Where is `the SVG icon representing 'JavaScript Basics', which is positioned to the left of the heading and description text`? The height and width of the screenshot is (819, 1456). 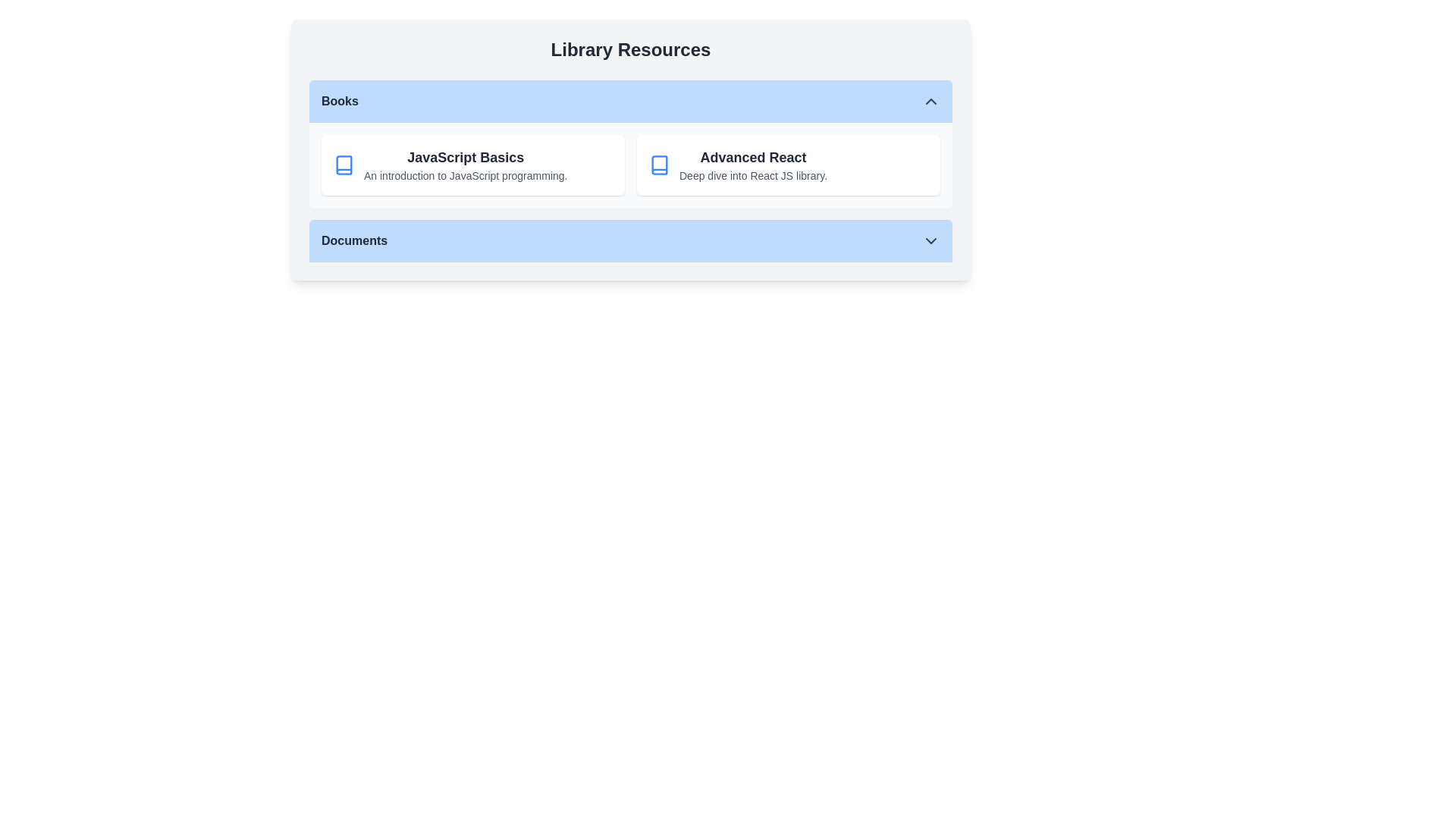
the SVG icon representing 'JavaScript Basics', which is positioned to the left of the heading and description text is located at coordinates (344, 165).